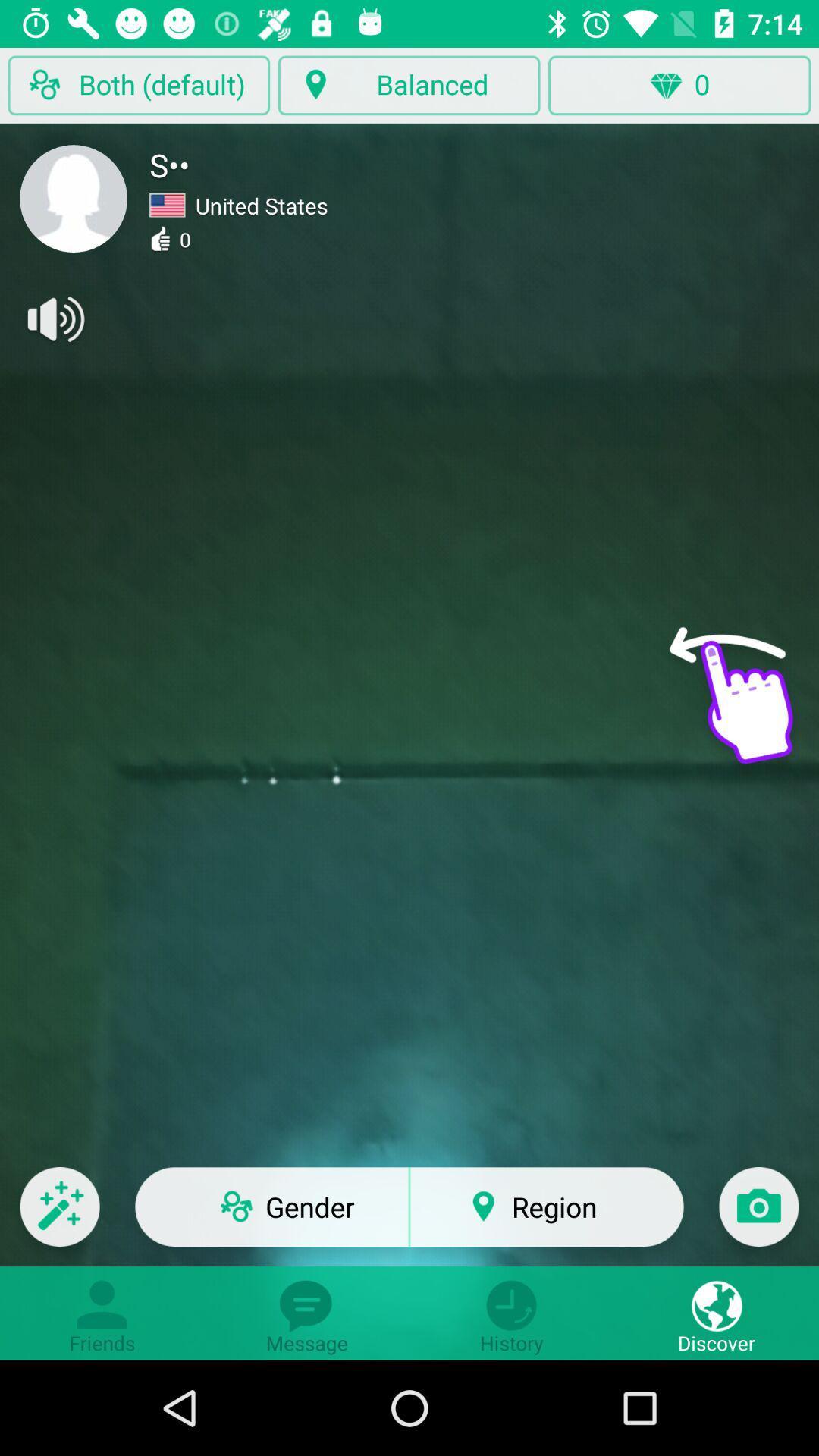 The height and width of the screenshot is (1456, 819). Describe the element at coordinates (758, 1216) in the screenshot. I see `the photo icon` at that location.